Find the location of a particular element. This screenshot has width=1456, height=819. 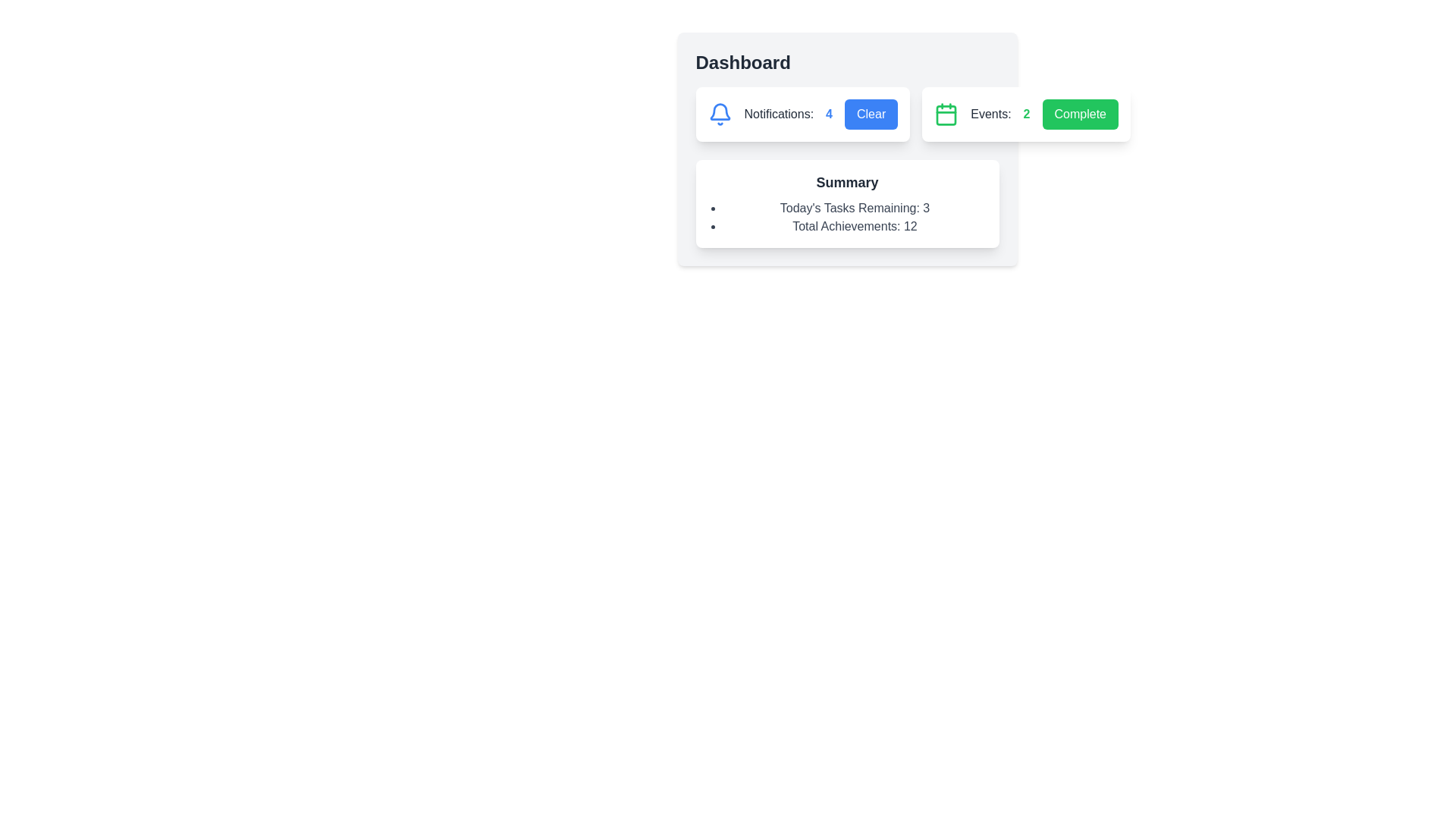

the blue bell icon on the white rounded notification card, which is the leftmost icon in the notification section is located at coordinates (719, 113).